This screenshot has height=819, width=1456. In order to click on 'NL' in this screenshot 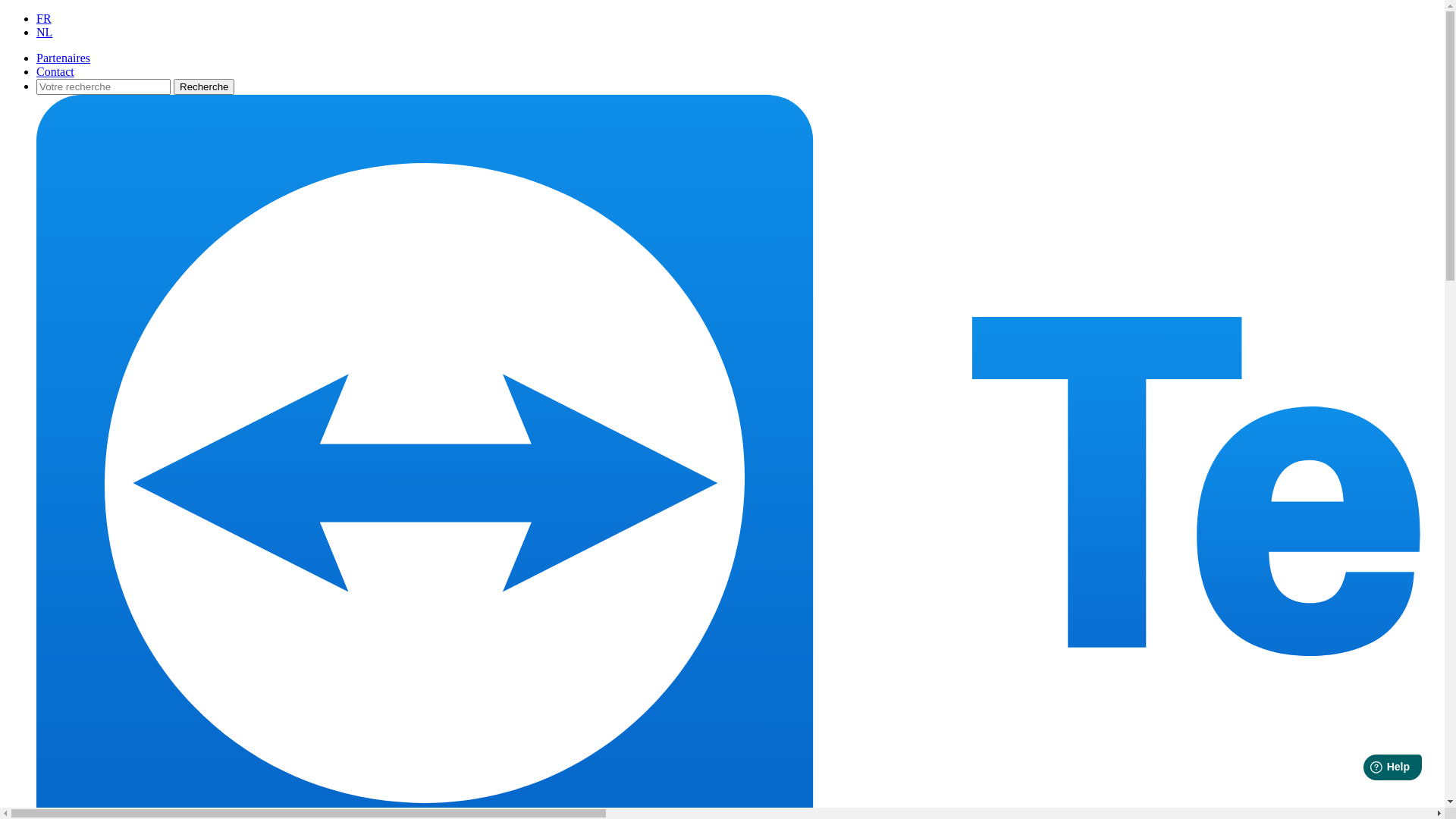, I will do `click(44, 32)`.